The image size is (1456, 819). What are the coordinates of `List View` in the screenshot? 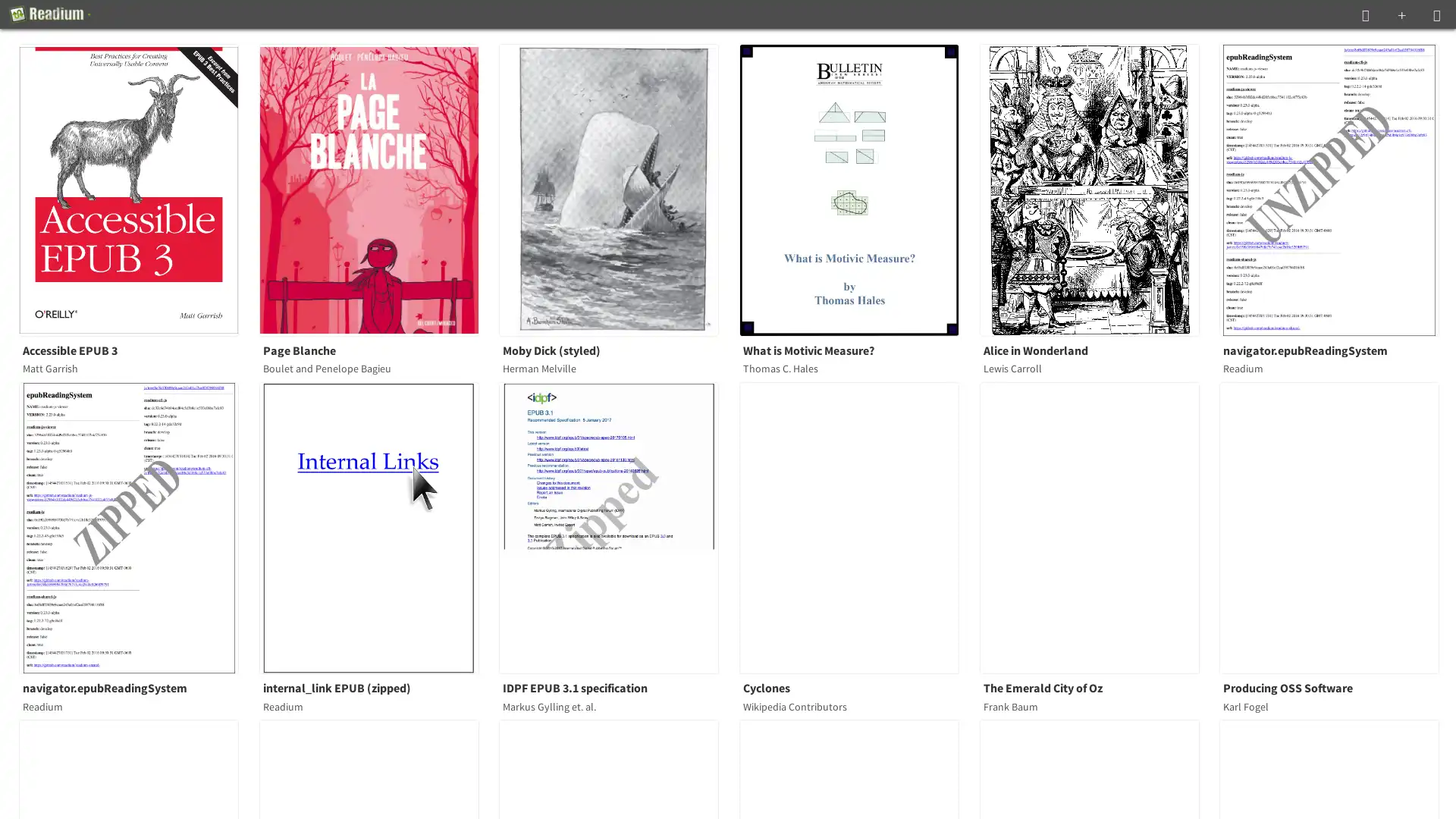 It's located at (1365, 14).